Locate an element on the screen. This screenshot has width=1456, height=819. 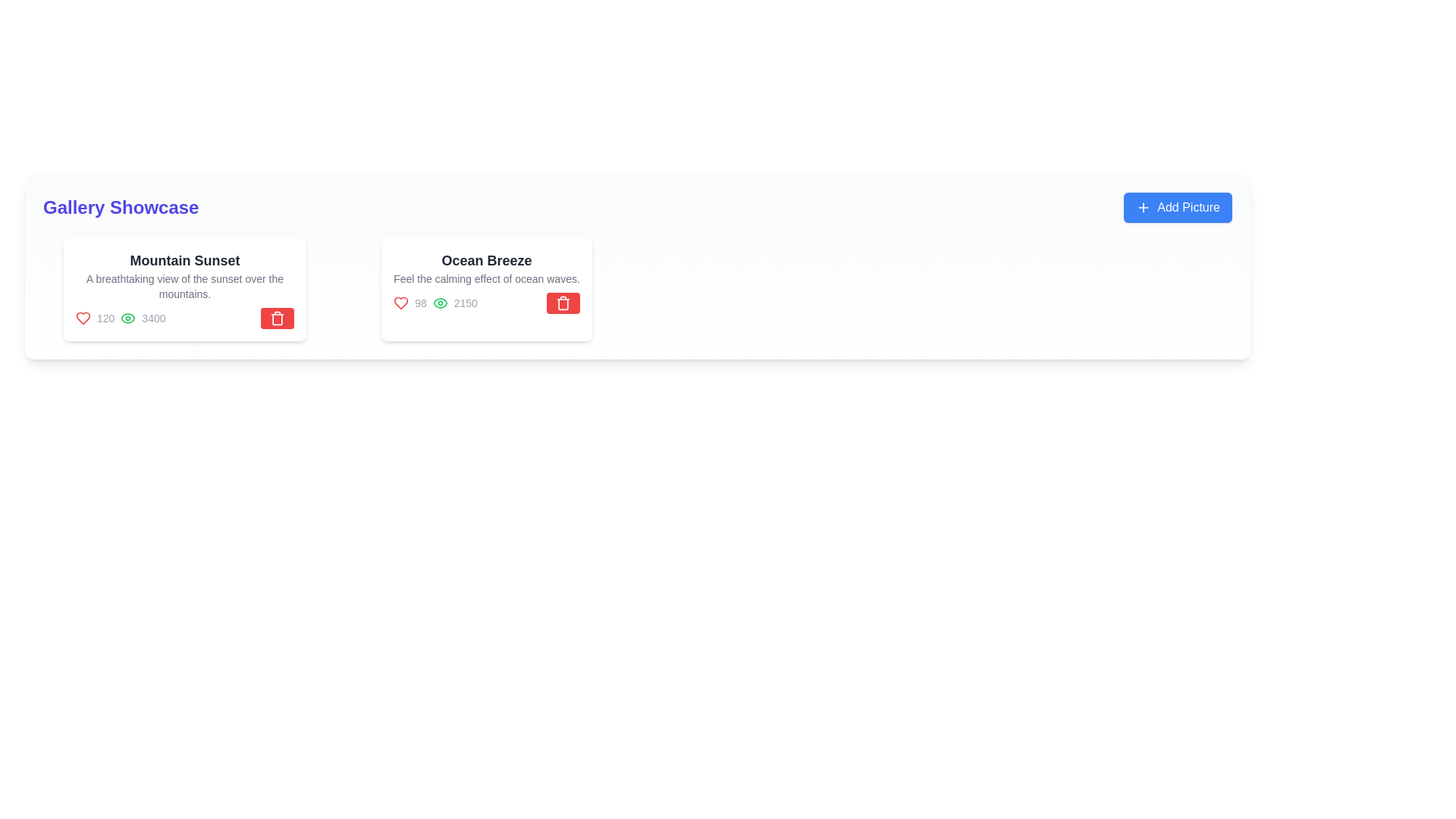
the delete button located at the bottom right of the 'Ocean Breeze' card is located at coordinates (562, 303).